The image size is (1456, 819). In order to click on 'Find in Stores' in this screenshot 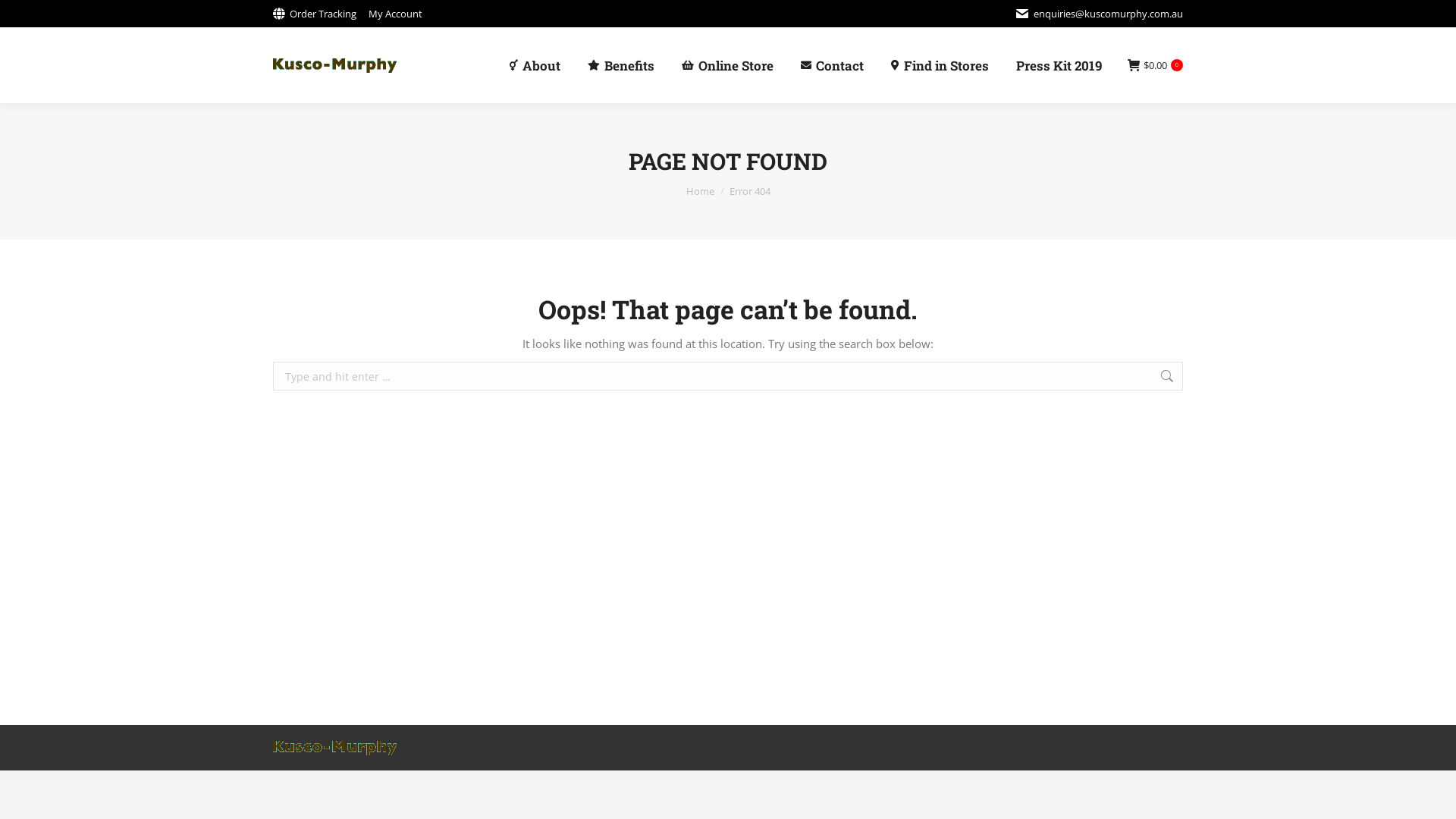, I will do `click(939, 64)`.